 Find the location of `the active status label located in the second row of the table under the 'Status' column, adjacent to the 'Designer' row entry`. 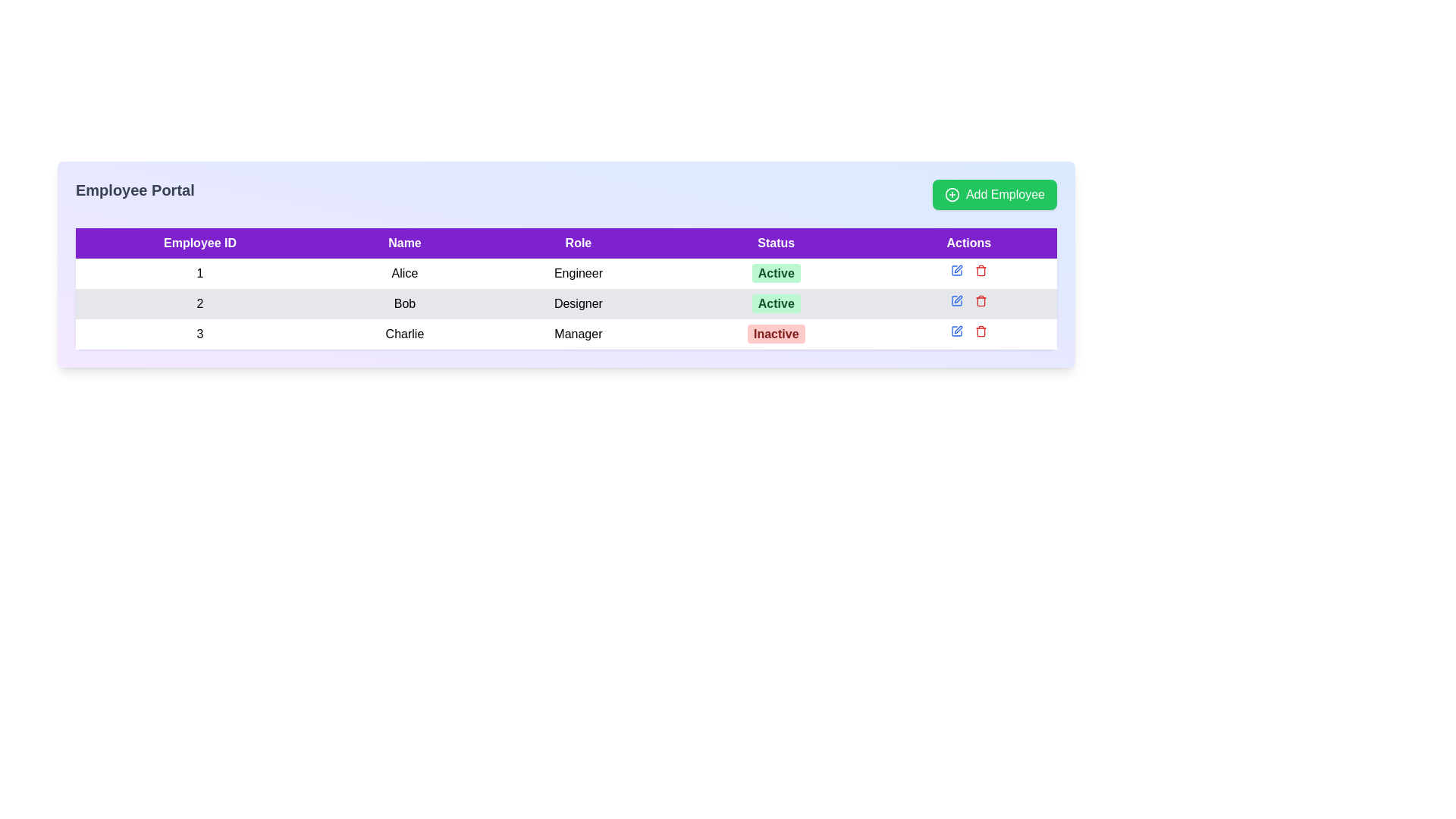

the active status label located in the second row of the table under the 'Status' column, adjacent to the 'Designer' row entry is located at coordinates (776, 303).